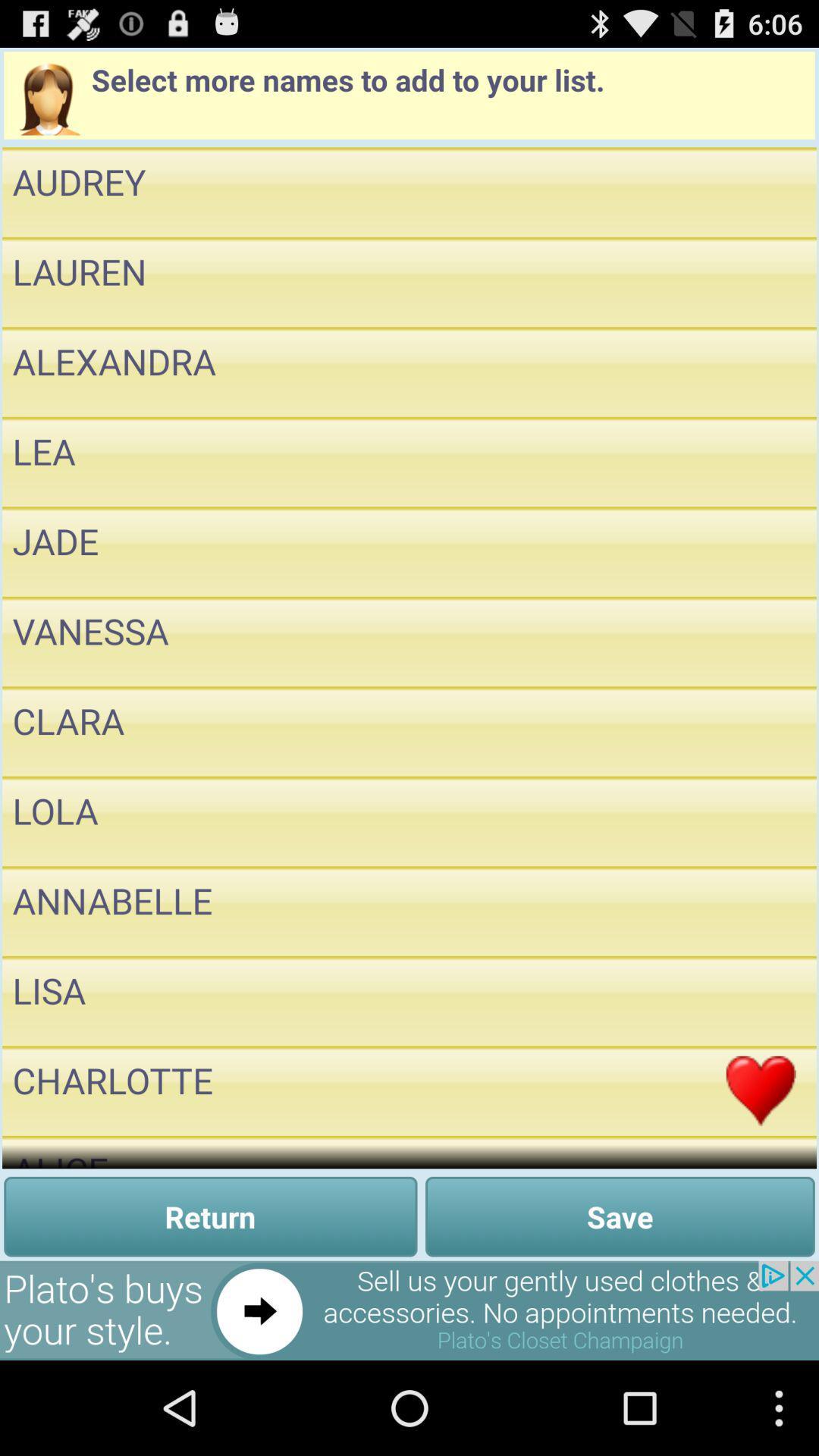 This screenshot has width=819, height=1456. What do you see at coordinates (761, 372) in the screenshot?
I see `alexandra` at bounding box center [761, 372].